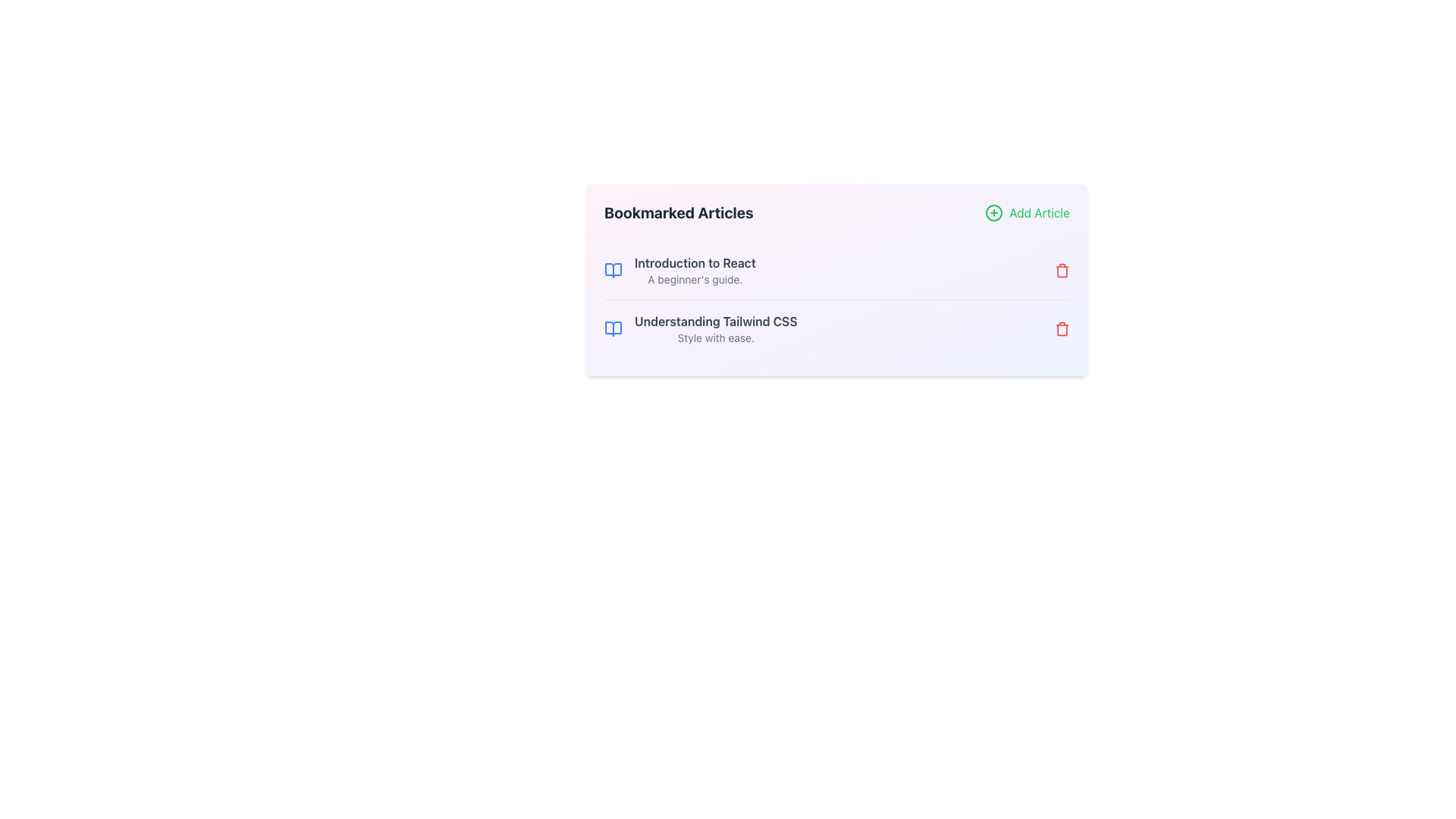  Describe the element at coordinates (1062, 328) in the screenshot. I see `the delete button icon located on the far right side of the section displaying the article 'Understanding Tailwind CSS'` at that location.